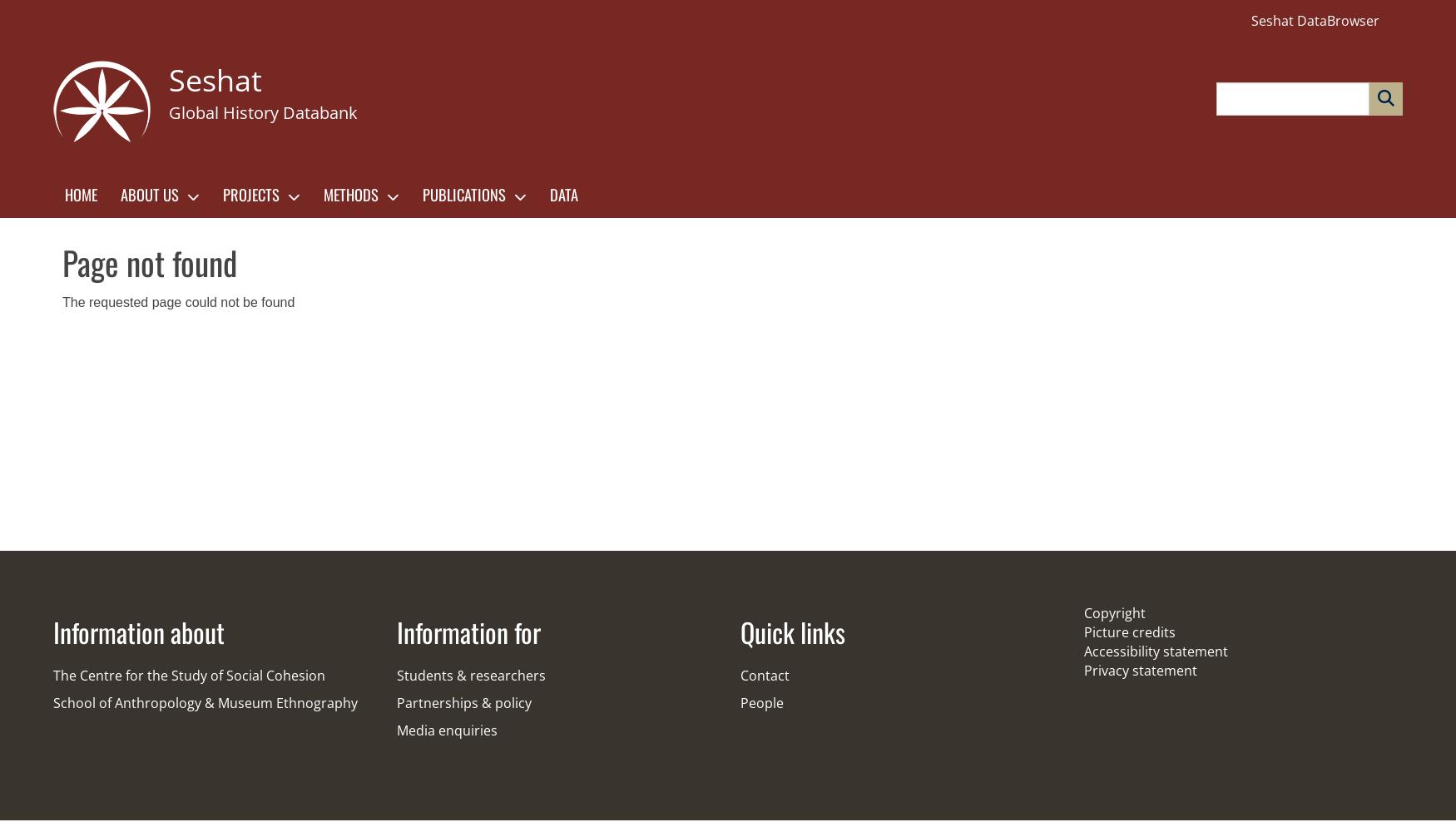 Image resolution: width=1456 pixels, height=832 pixels. Describe the element at coordinates (397, 702) in the screenshot. I see `'Partnerships & policy'` at that location.